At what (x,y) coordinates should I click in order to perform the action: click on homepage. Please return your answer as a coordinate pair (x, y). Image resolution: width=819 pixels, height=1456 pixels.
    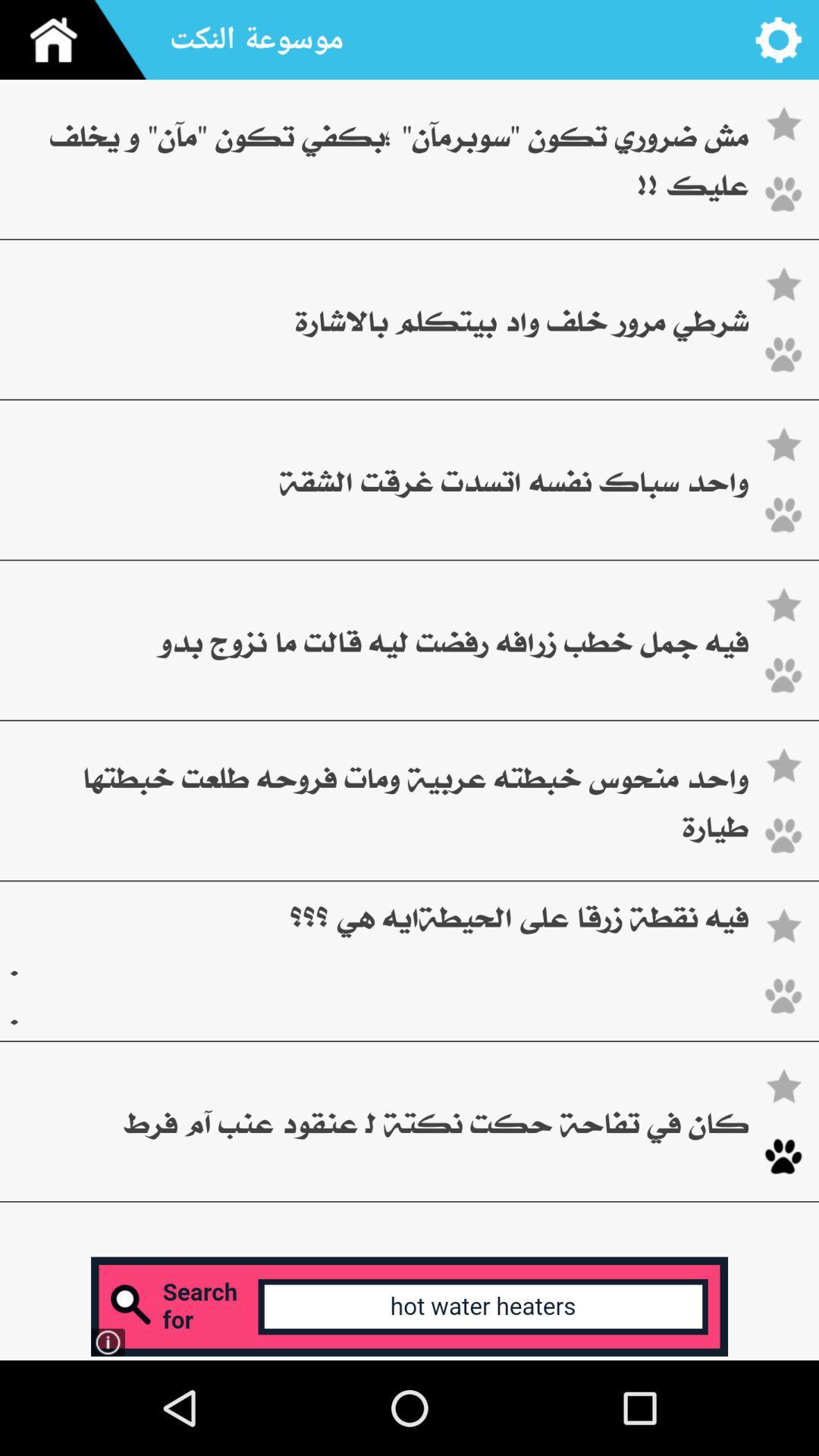
    Looking at the image, I should click on (79, 39).